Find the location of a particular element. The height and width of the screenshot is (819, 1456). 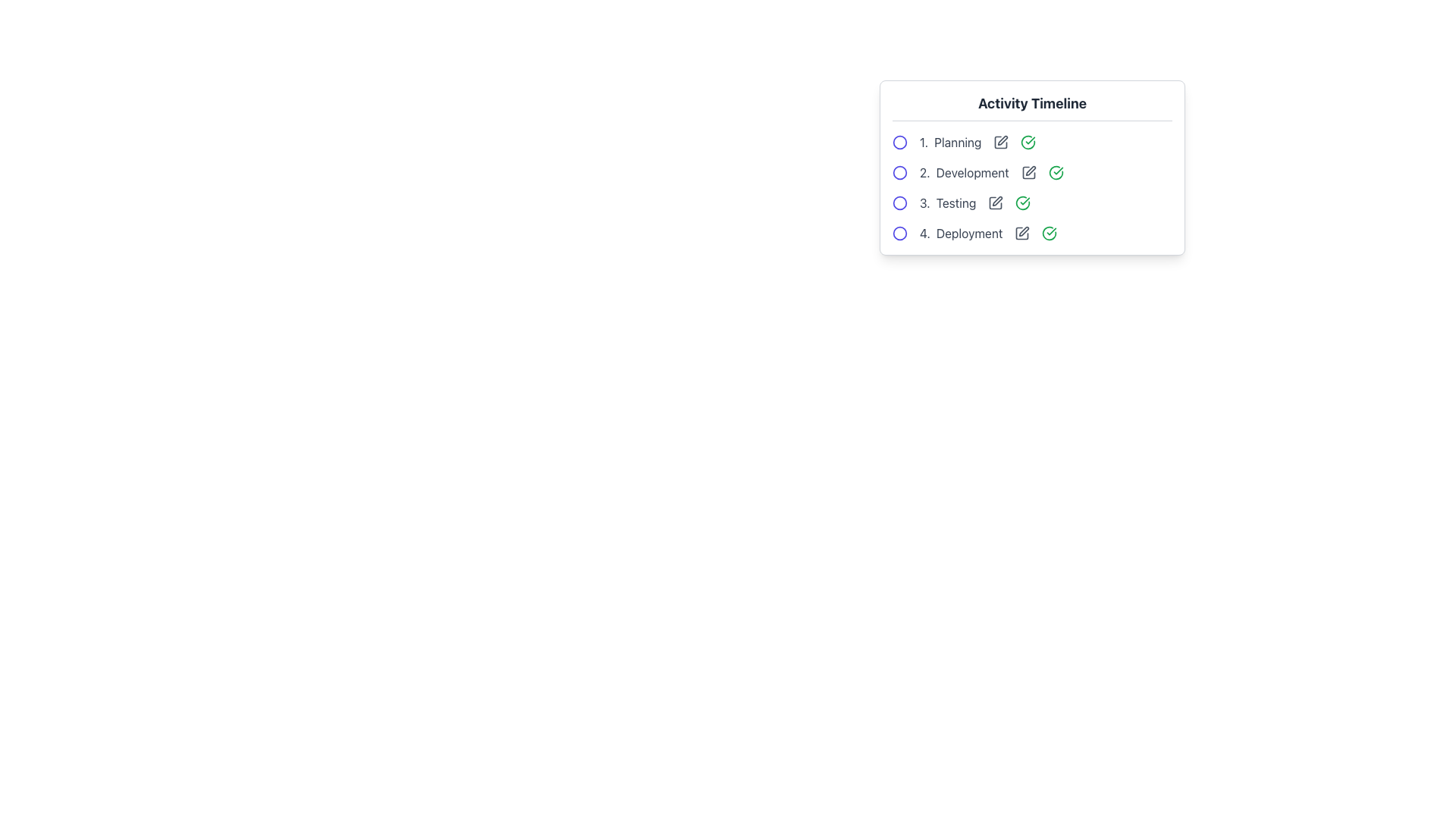

the 'Development' phase text label in the Activity Timeline section, which is the second item in the list, positioned below 'Planning' is located at coordinates (972, 171).